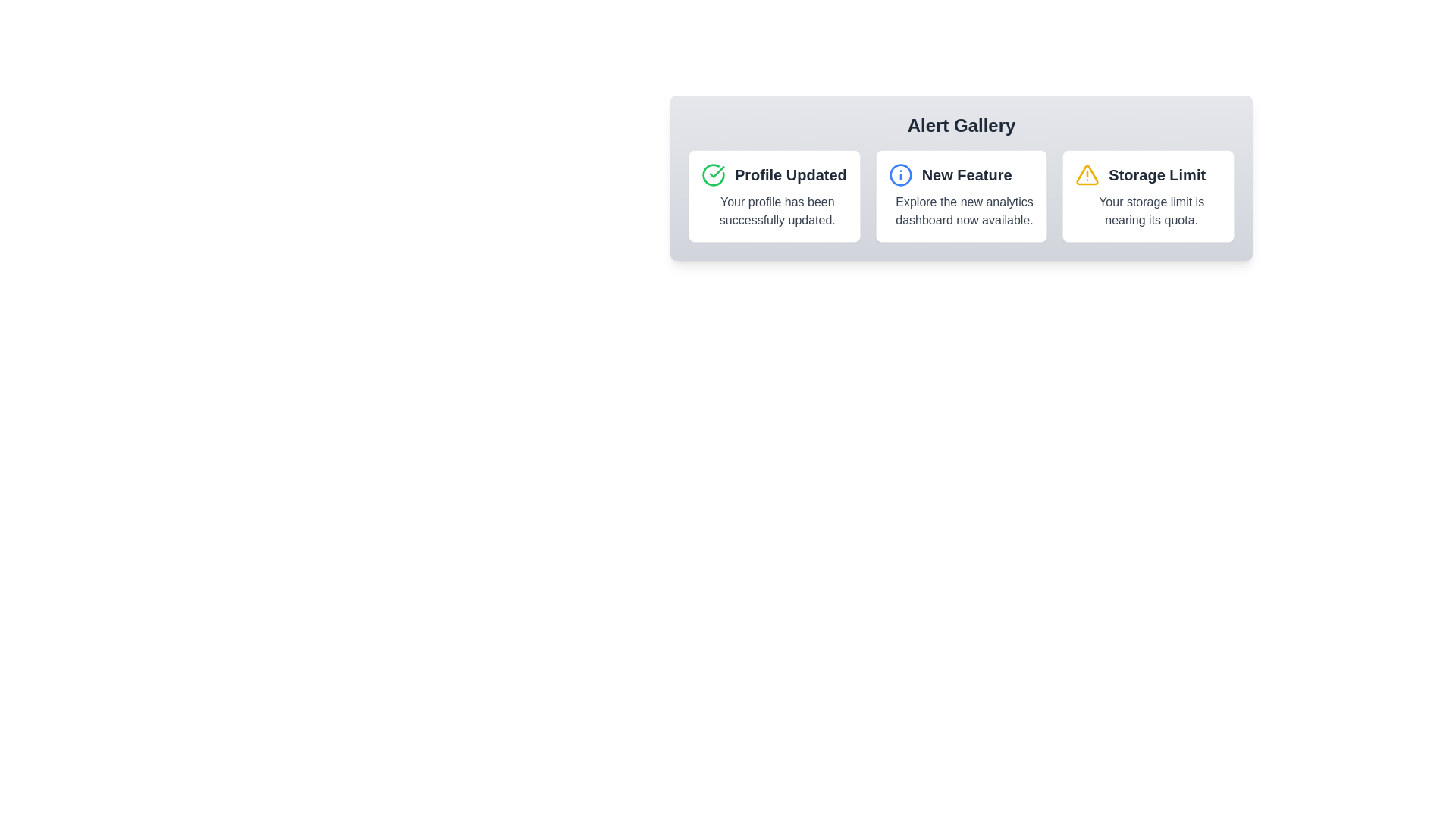 The width and height of the screenshot is (1456, 819). Describe the element at coordinates (1087, 174) in the screenshot. I see `the triangular warning icon with a yellow border and an exclamation mark, located in the 'Storage Limit' section, to the left of the text 'Storage Limit' and 'Your storage limit is nearing its quota.'` at that location.